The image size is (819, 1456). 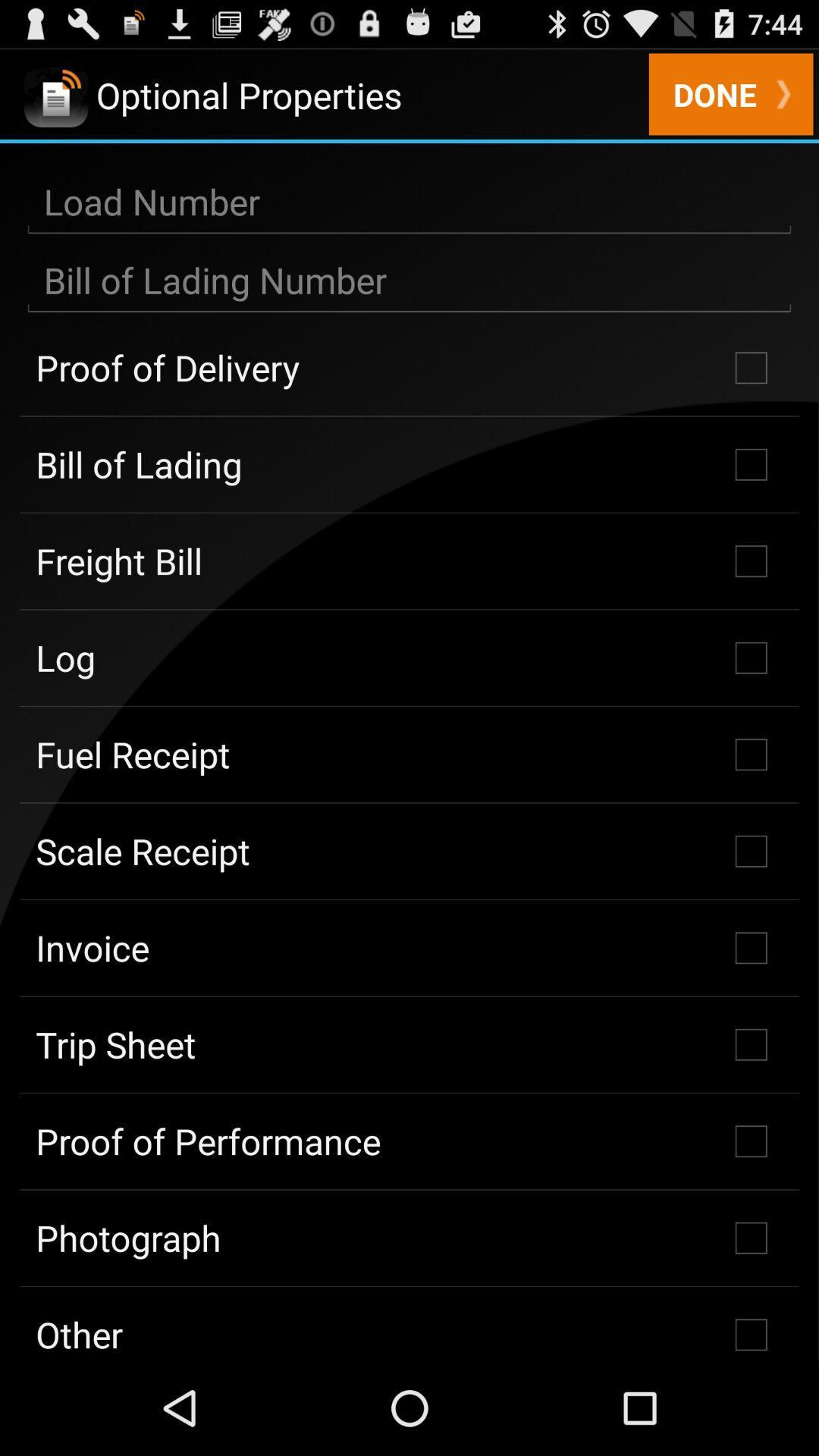 I want to click on the trip sheet icon, so click(x=409, y=1043).